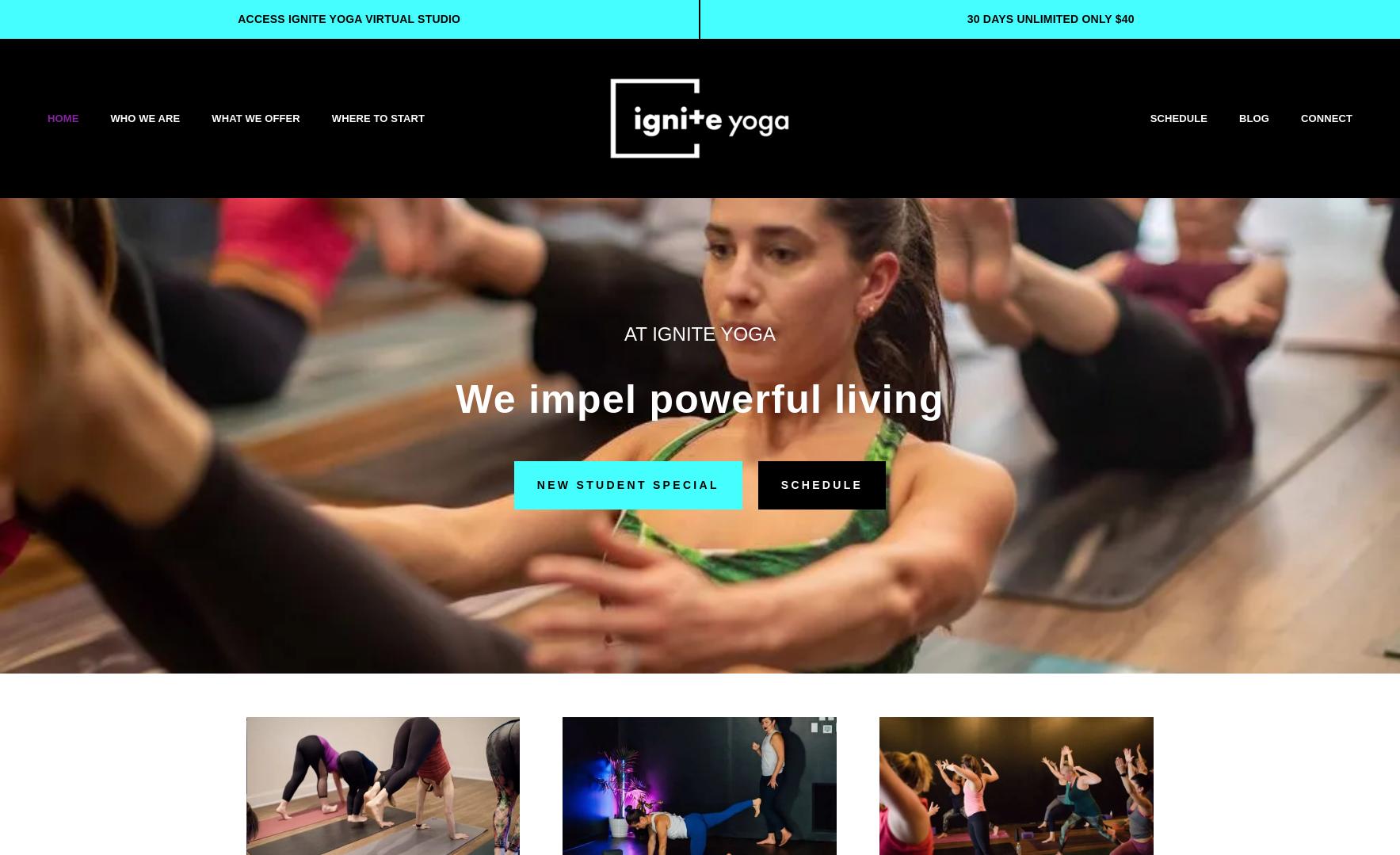 The height and width of the screenshot is (855, 1400). I want to click on 'Where to Start', so click(331, 116).